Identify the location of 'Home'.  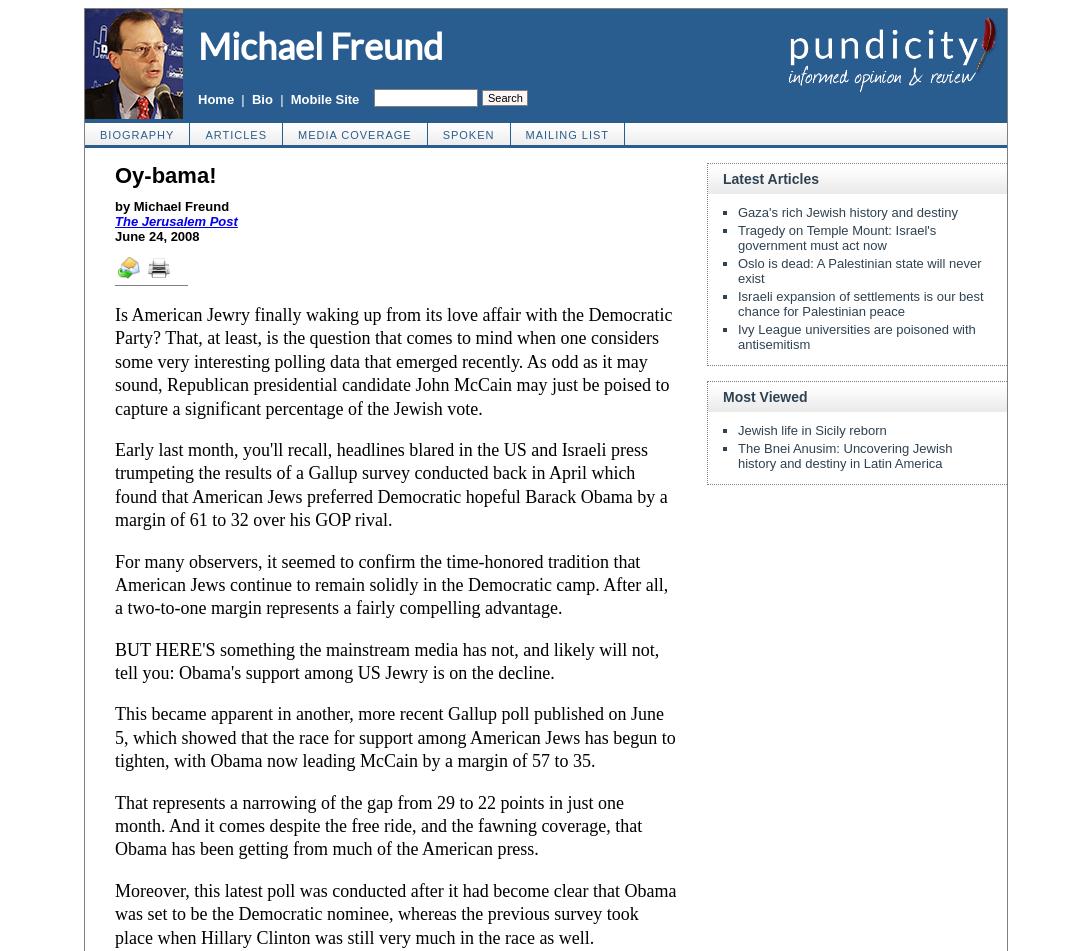
(215, 99).